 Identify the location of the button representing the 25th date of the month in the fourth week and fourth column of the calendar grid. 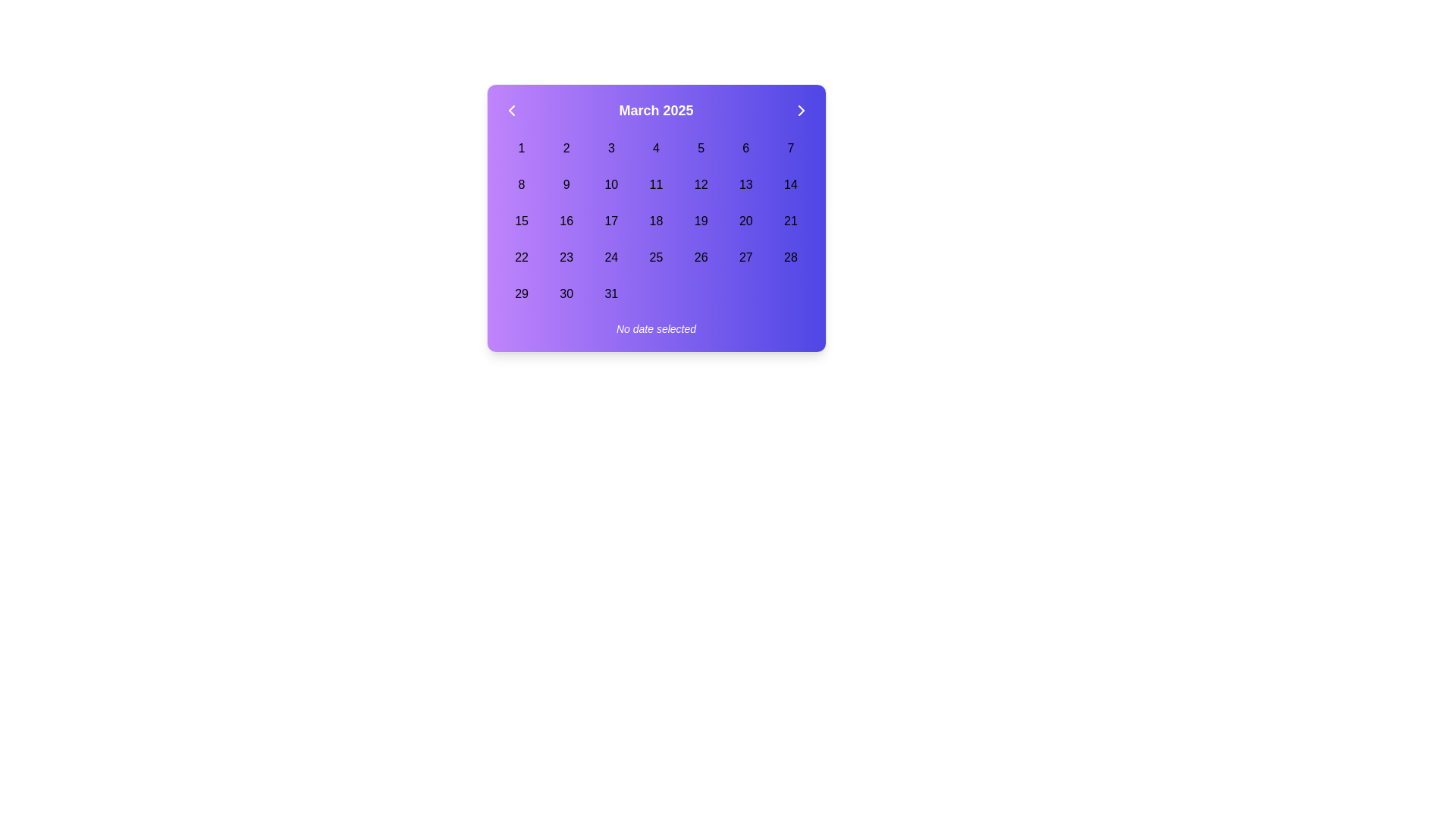
(656, 256).